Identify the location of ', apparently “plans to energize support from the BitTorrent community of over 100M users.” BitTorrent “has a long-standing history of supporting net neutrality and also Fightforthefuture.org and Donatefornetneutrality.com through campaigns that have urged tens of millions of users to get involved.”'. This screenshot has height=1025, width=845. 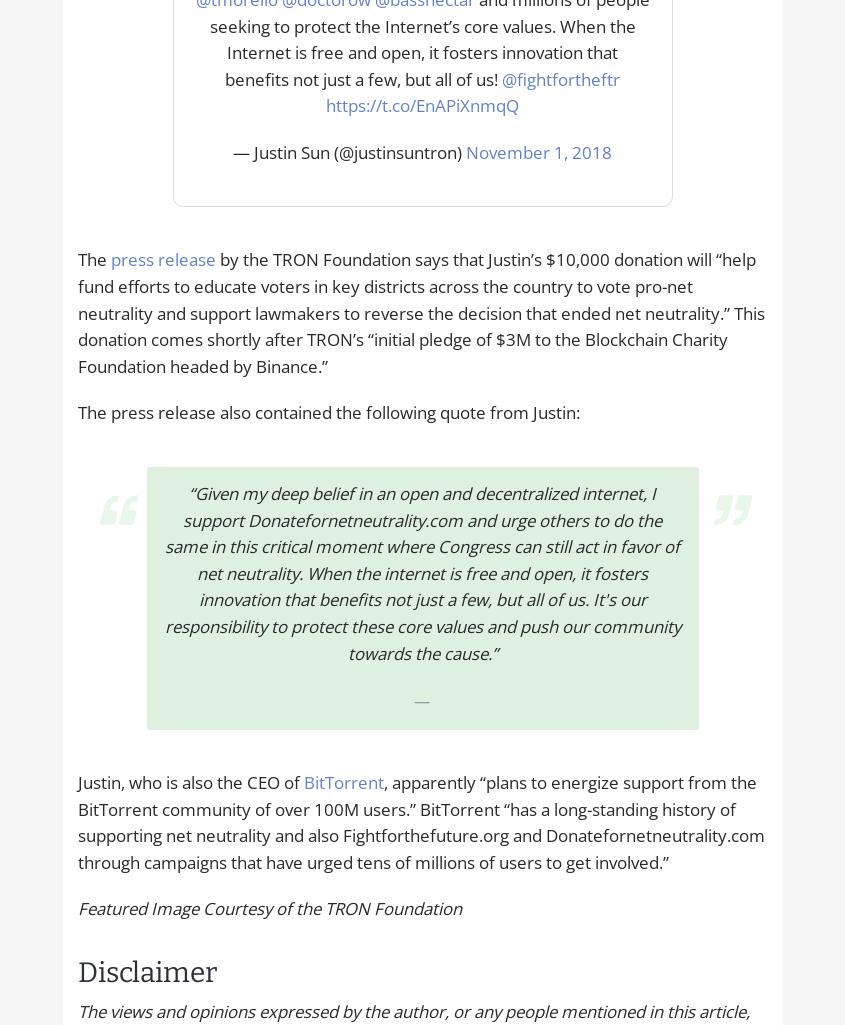
(419, 820).